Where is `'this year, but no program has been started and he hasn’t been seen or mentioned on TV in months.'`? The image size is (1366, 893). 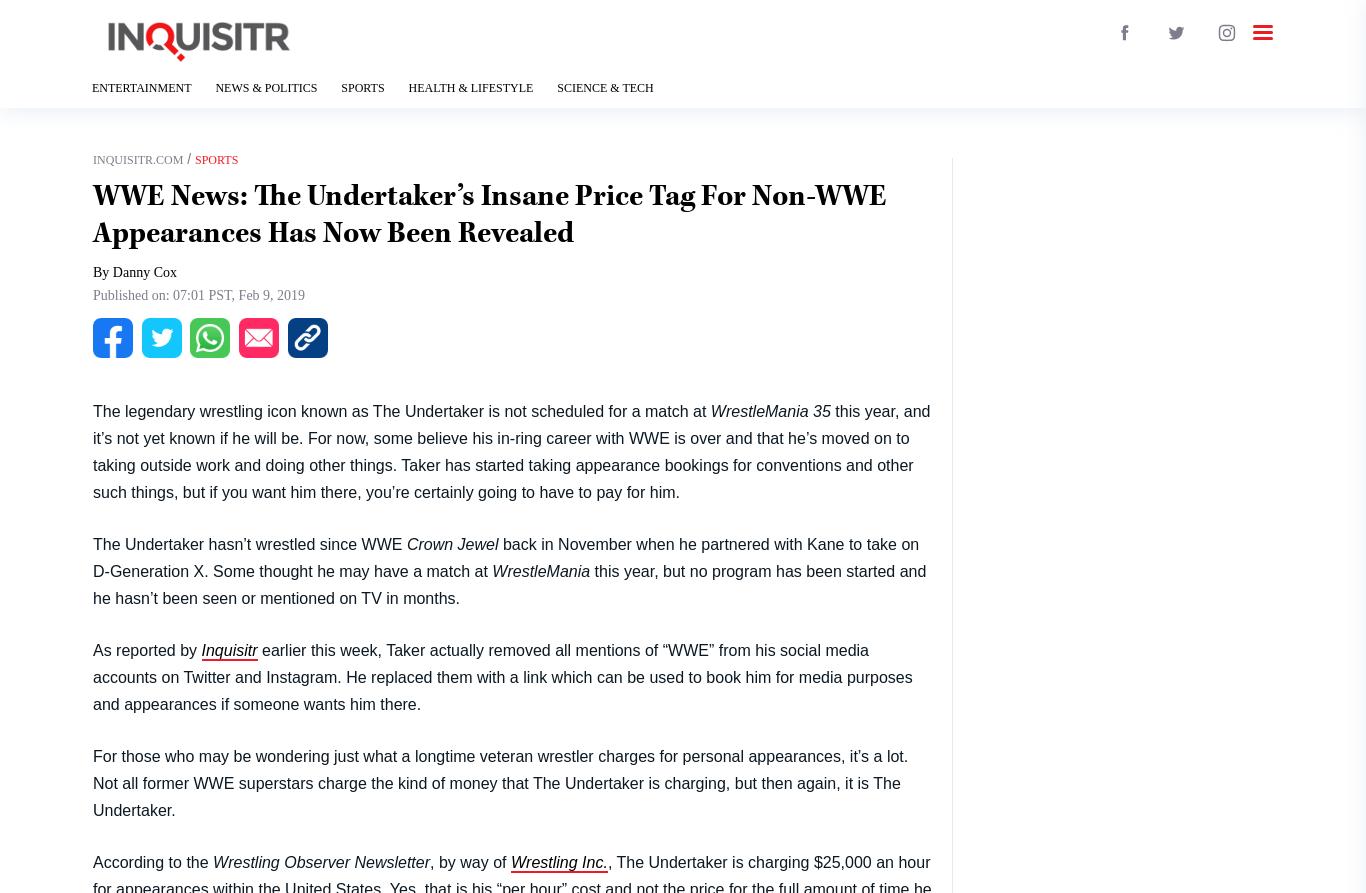 'this year, but no program has been started and he hasn’t been seen or mentioned on TV in months.' is located at coordinates (509, 583).